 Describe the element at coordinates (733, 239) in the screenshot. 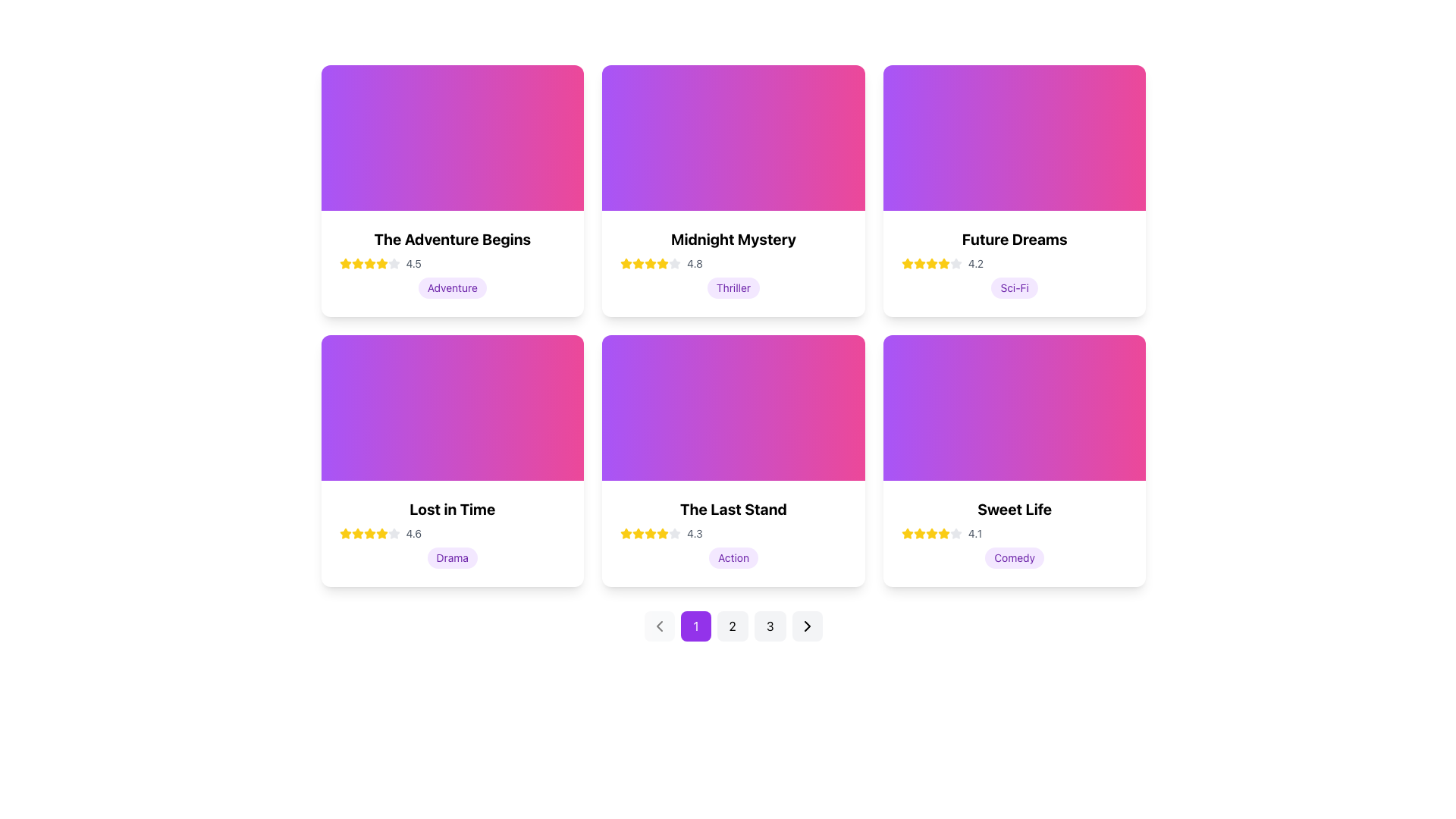

I see `the bold, black text title 'Midnight Mystery' displayed prominently on the card component, which is located in the upper-middle region of the card, above the star rating and genre label 'Thriller'` at that location.